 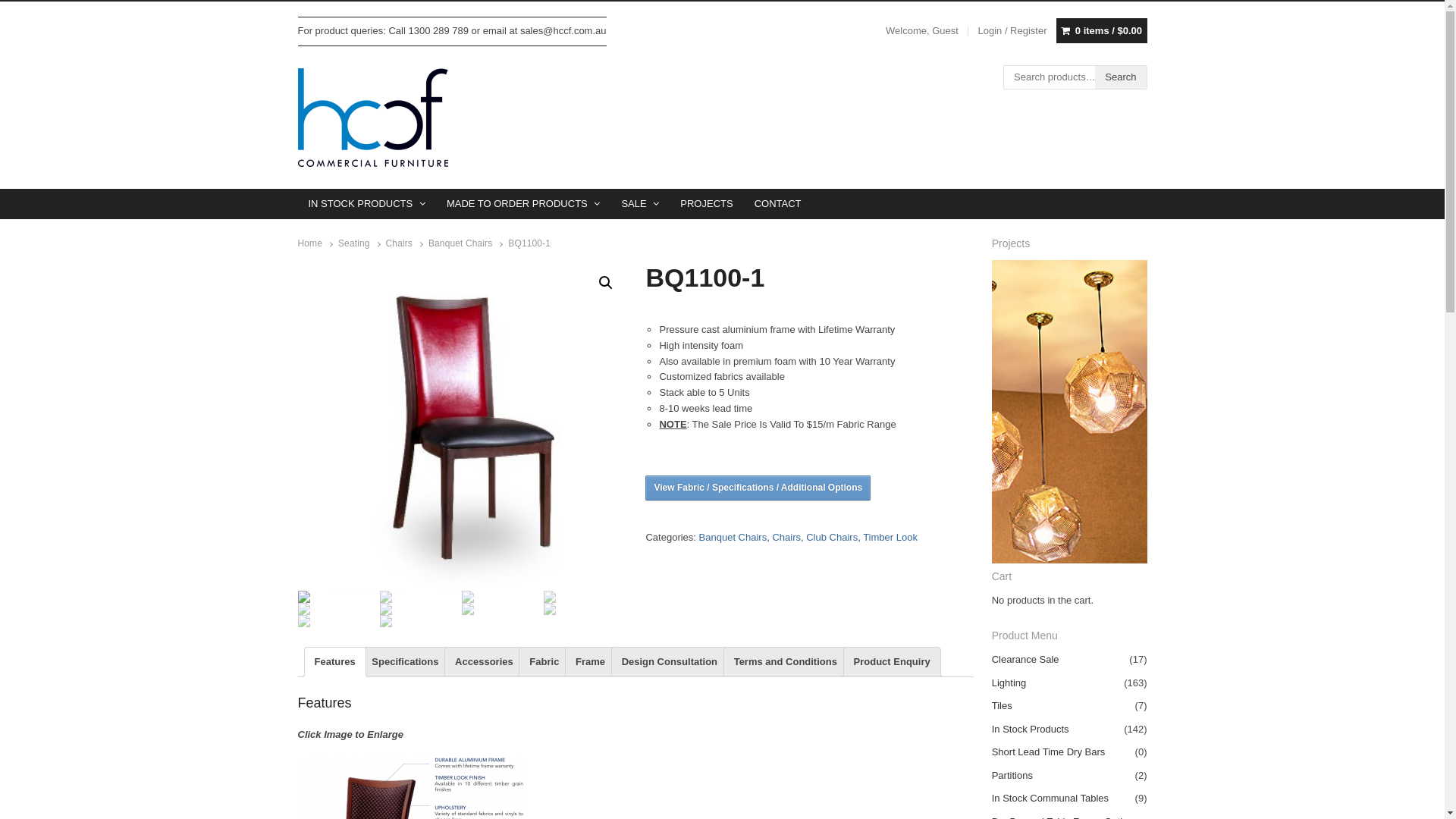 What do you see at coordinates (992, 658) in the screenshot?
I see `'Clearance Sale'` at bounding box center [992, 658].